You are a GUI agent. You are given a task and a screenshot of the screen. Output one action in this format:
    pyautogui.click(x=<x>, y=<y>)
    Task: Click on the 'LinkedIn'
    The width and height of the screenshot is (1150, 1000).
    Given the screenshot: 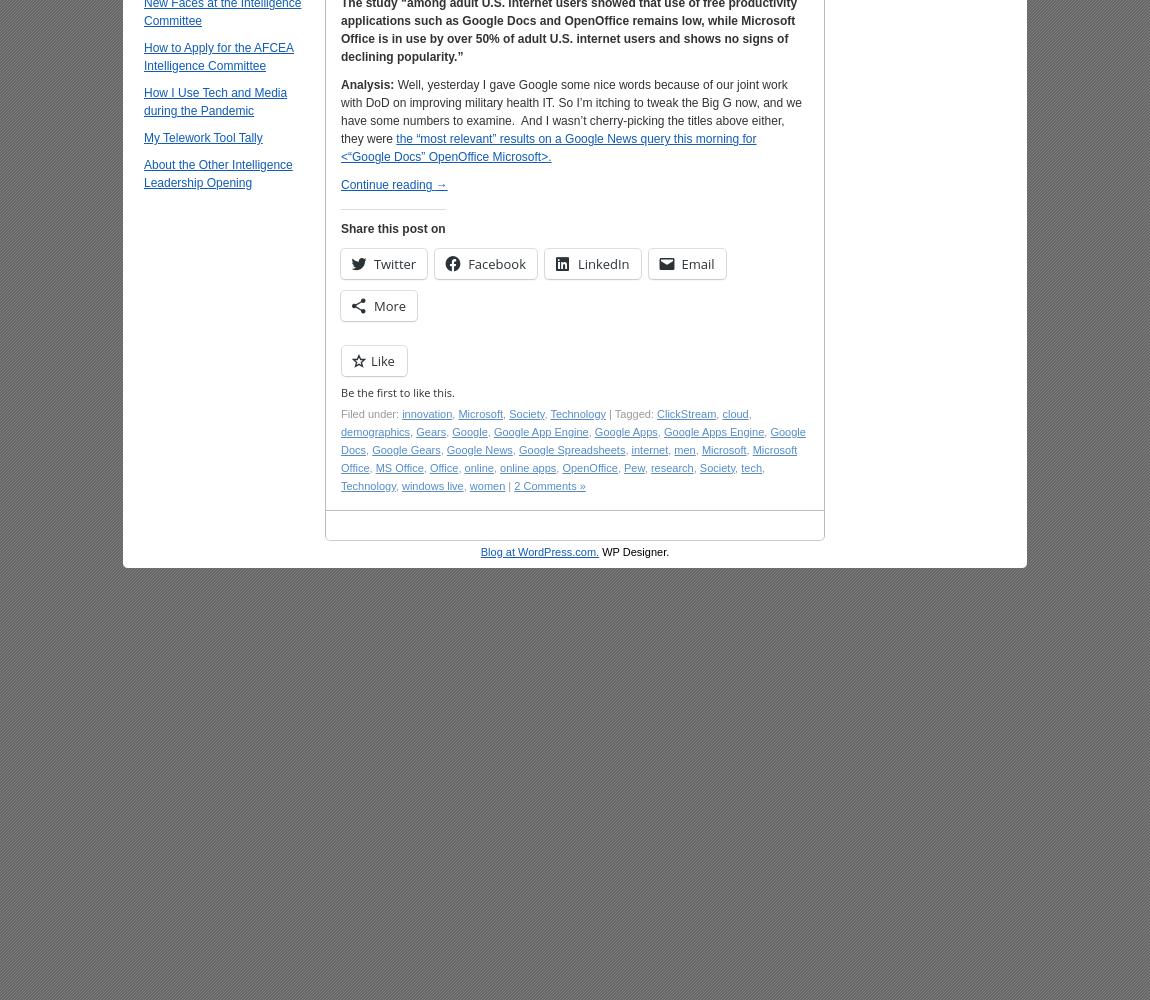 What is the action you would take?
    pyautogui.click(x=576, y=263)
    